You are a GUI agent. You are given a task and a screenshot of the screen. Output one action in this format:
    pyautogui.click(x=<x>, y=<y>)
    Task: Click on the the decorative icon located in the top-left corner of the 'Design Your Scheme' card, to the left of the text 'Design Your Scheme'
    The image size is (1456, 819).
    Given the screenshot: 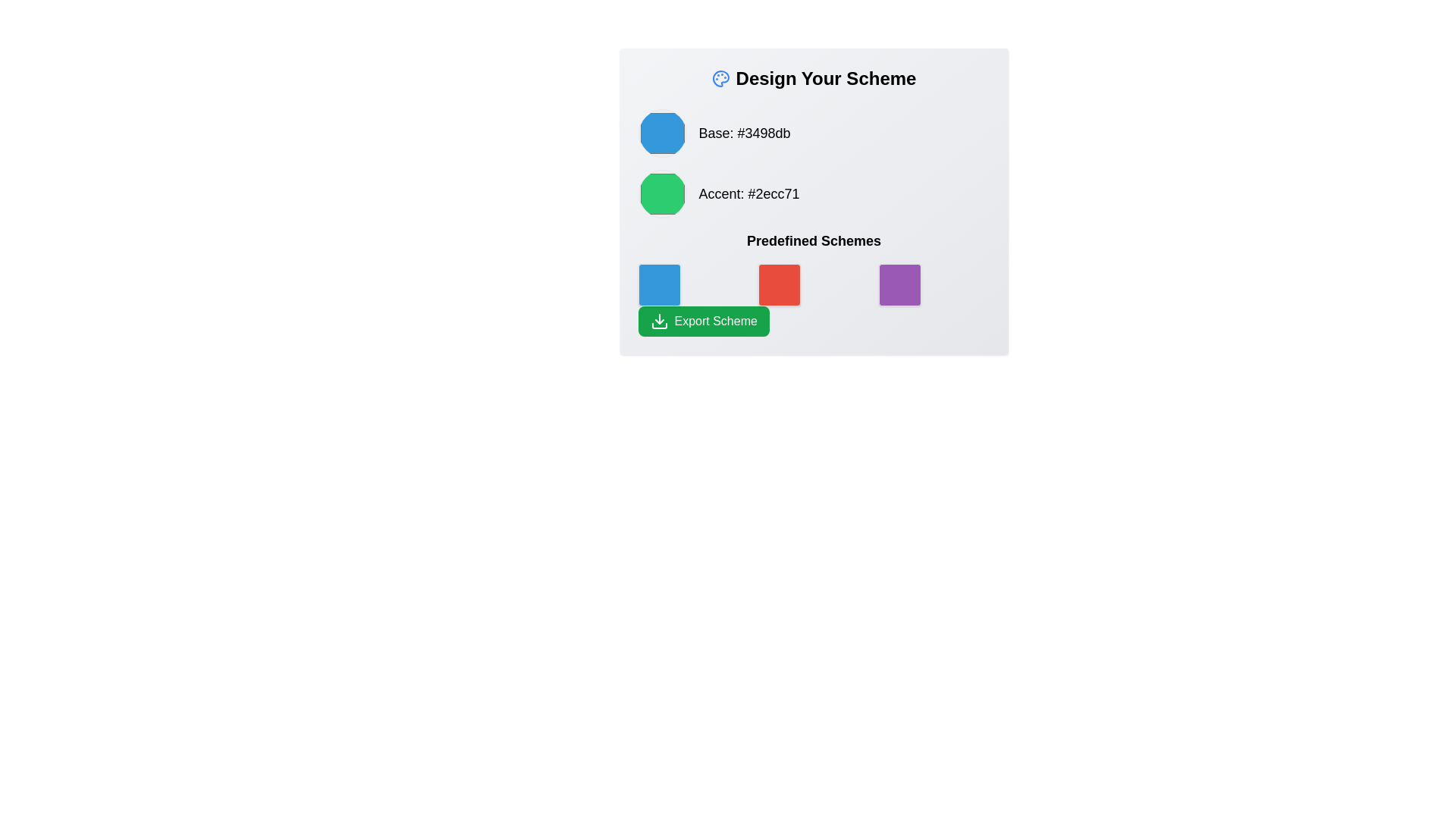 What is the action you would take?
    pyautogui.click(x=720, y=79)
    